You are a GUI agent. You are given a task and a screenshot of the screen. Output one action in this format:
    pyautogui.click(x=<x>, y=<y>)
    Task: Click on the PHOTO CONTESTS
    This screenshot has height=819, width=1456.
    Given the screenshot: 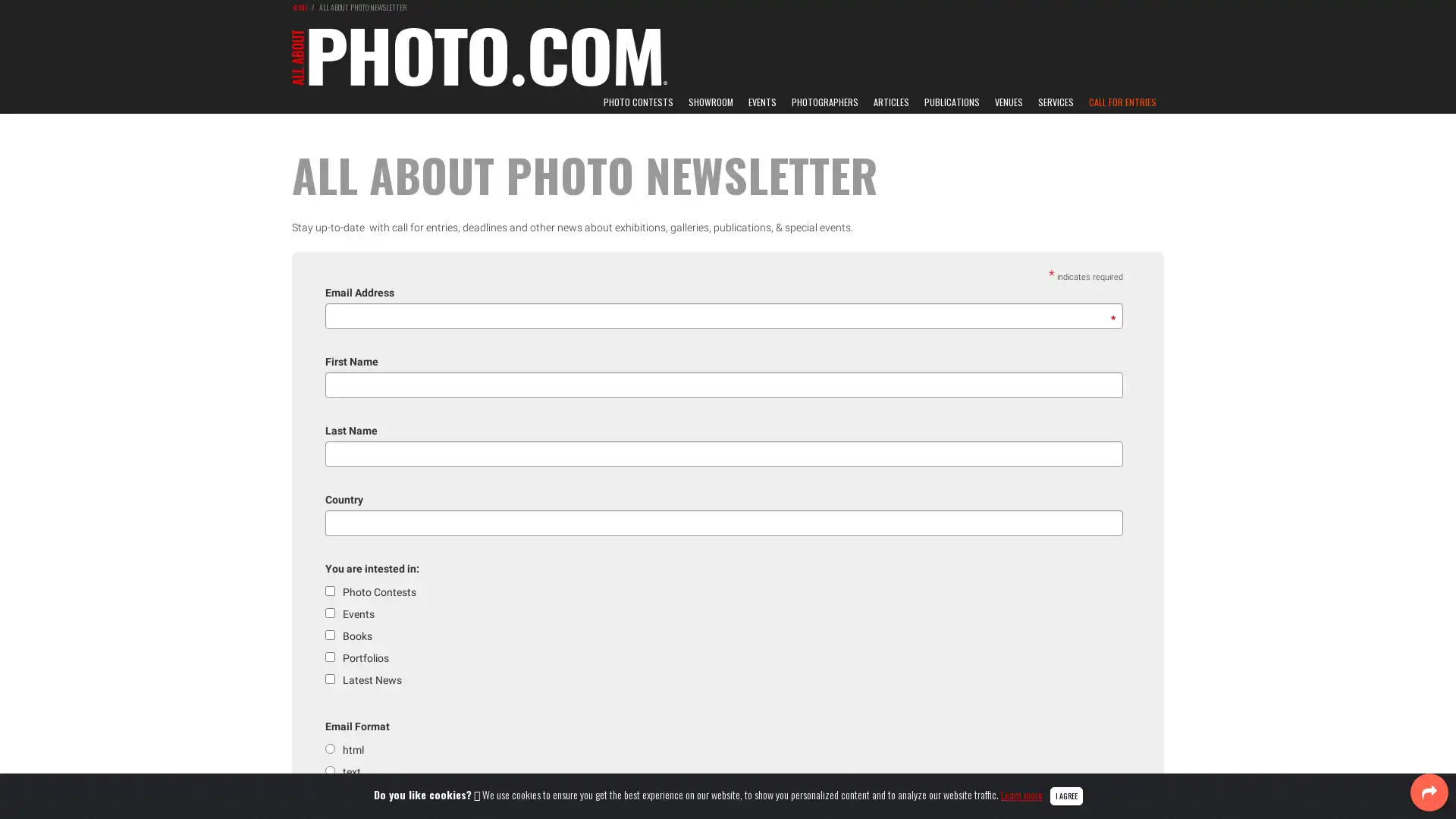 What is the action you would take?
    pyautogui.click(x=638, y=102)
    